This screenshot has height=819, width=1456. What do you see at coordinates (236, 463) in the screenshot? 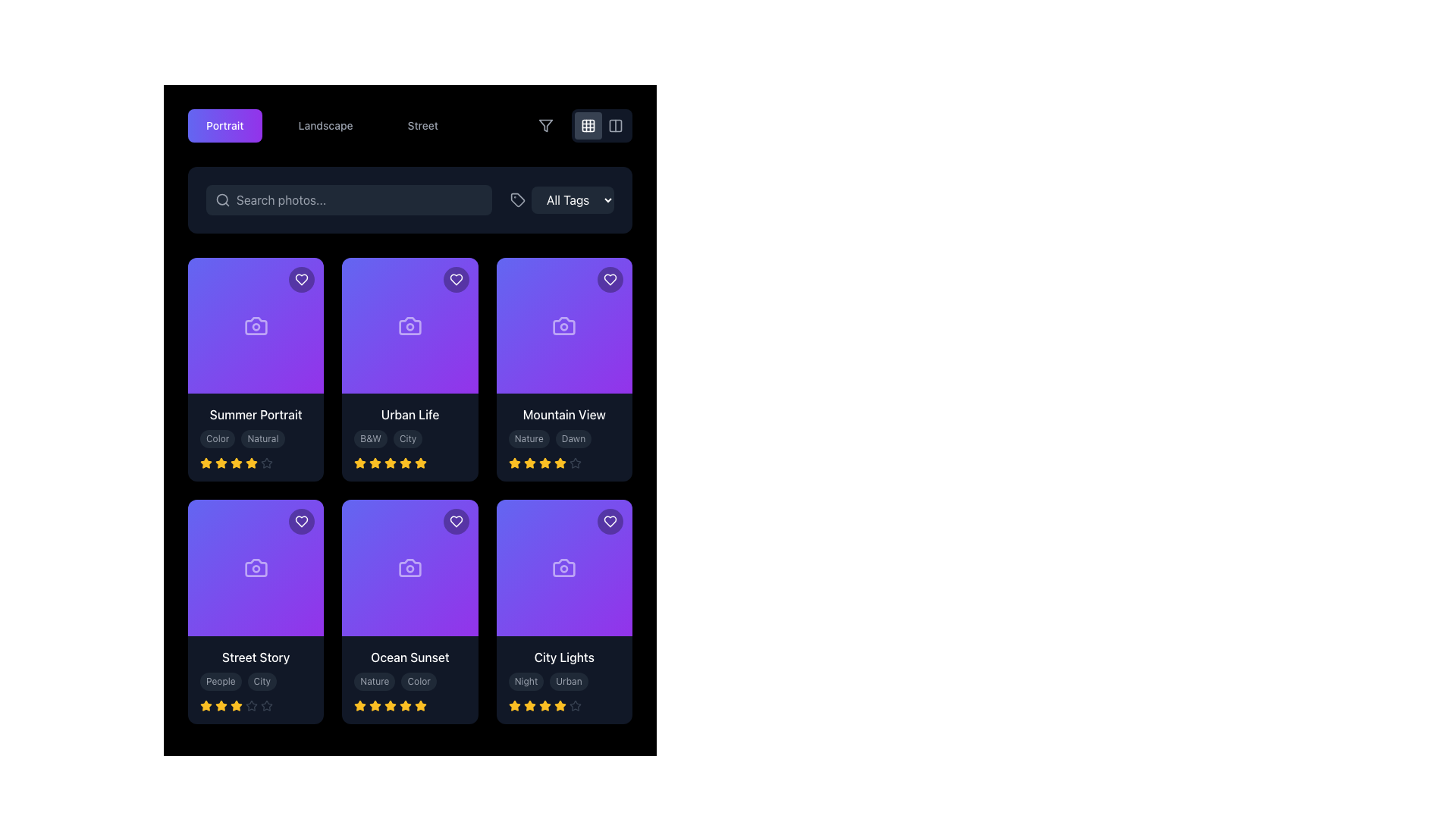
I see `the third star icon in the row of five rating stars below the 'Summer Portrait' card` at bounding box center [236, 463].